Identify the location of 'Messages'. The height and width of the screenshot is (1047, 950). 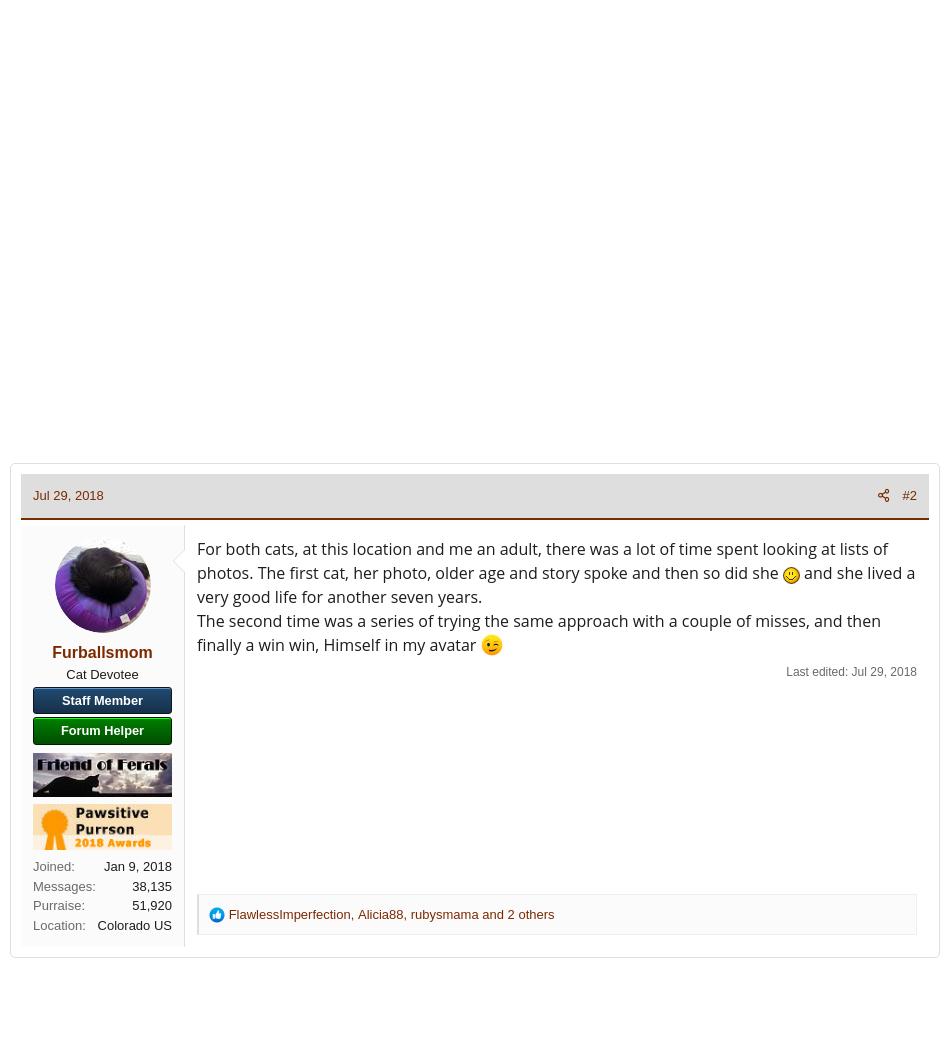
(62, 884).